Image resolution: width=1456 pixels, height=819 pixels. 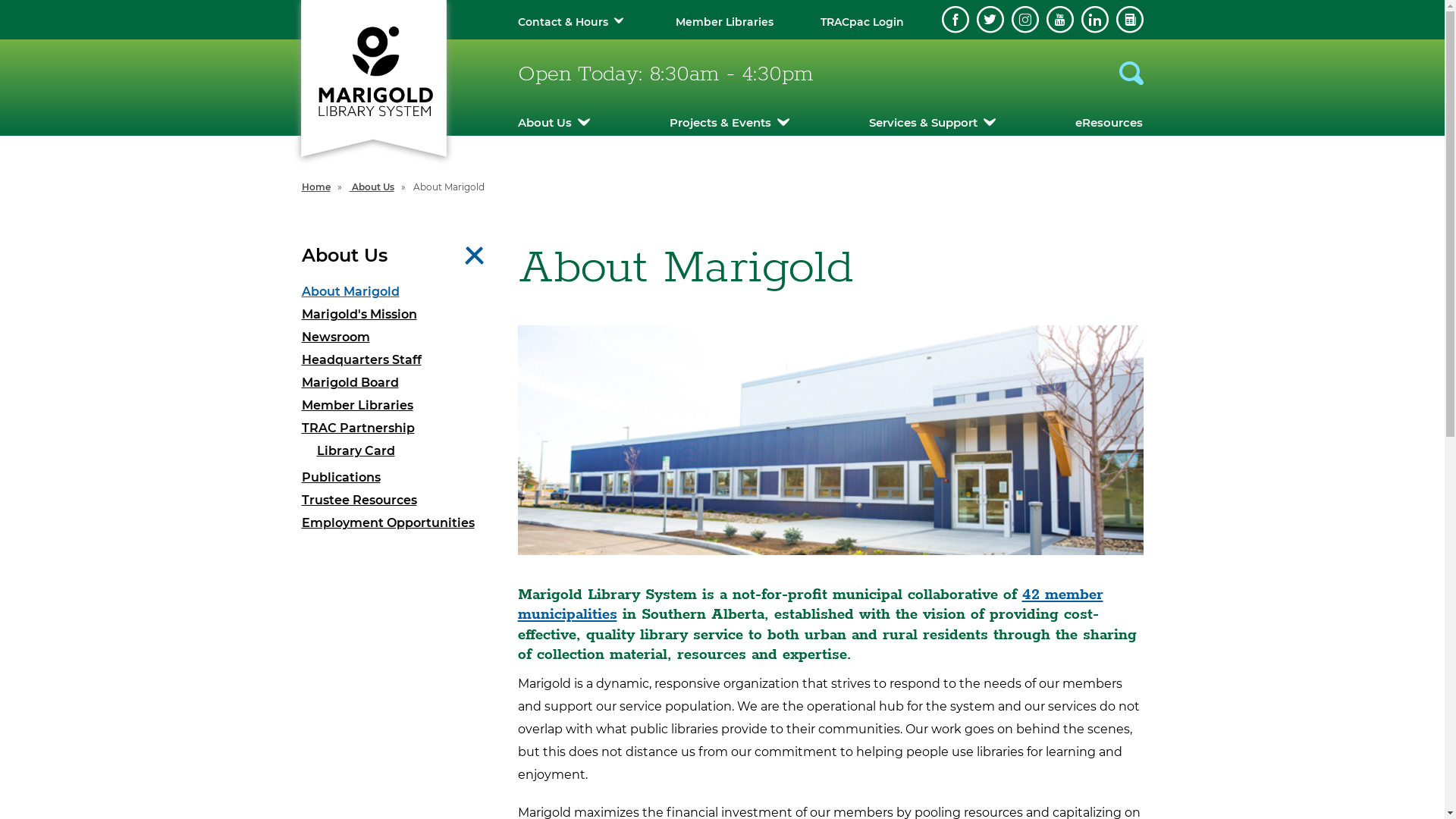 What do you see at coordinates (1046, 20) in the screenshot?
I see `'Youtube'` at bounding box center [1046, 20].